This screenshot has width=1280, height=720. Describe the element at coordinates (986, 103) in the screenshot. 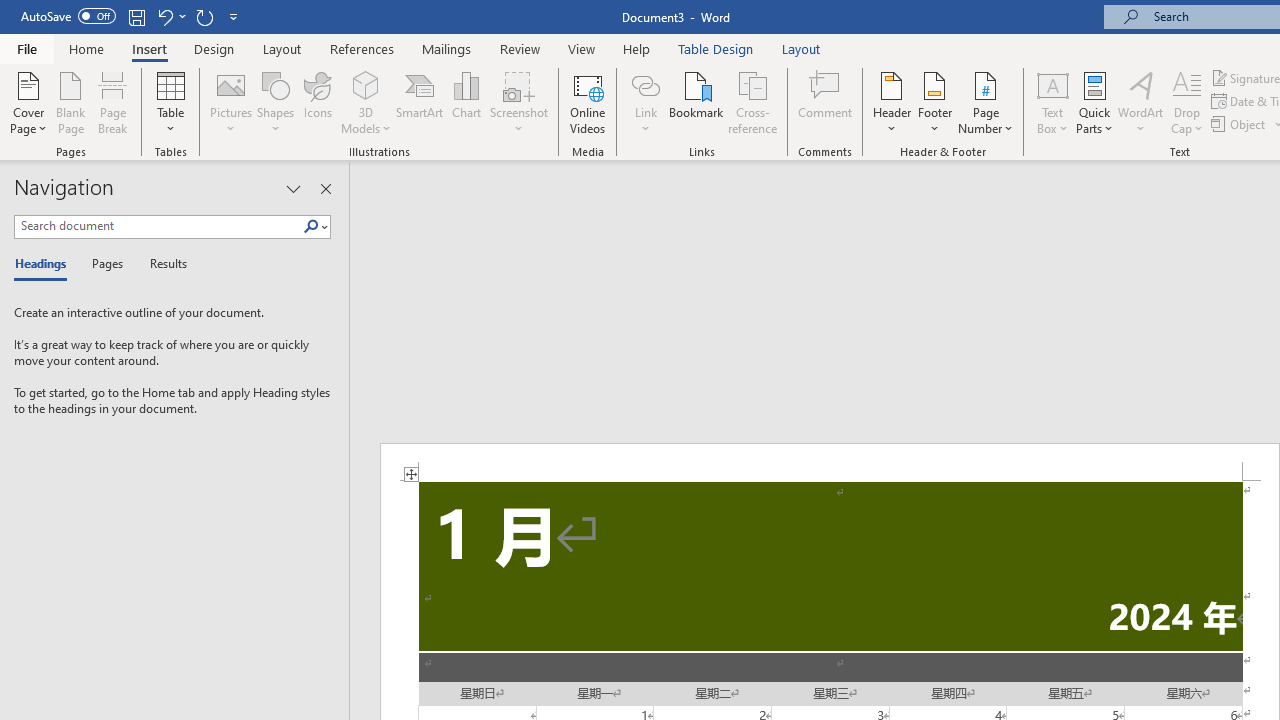

I see `'Page Number'` at that location.